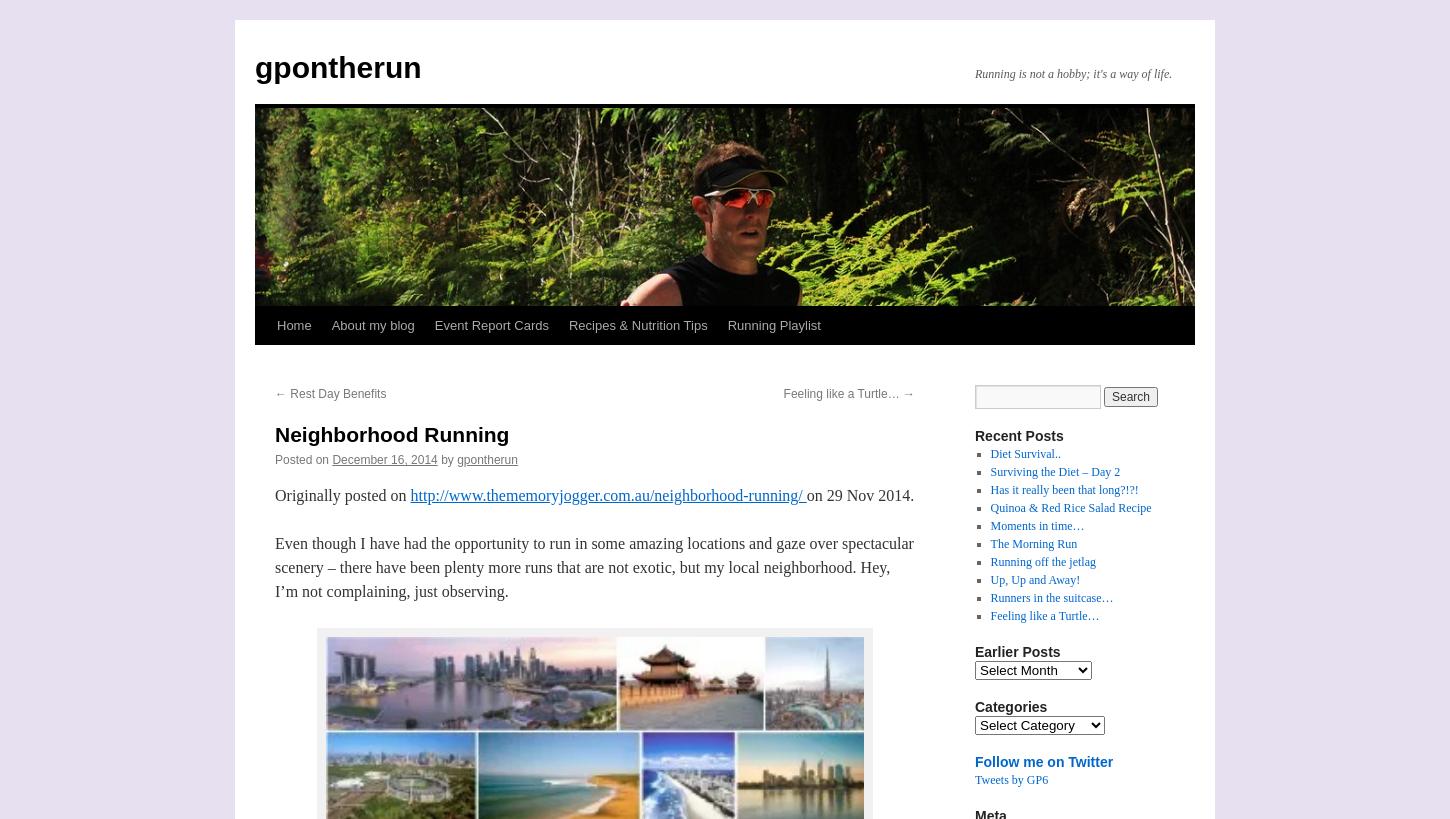  I want to click on 'Moments in time…', so click(1037, 524).